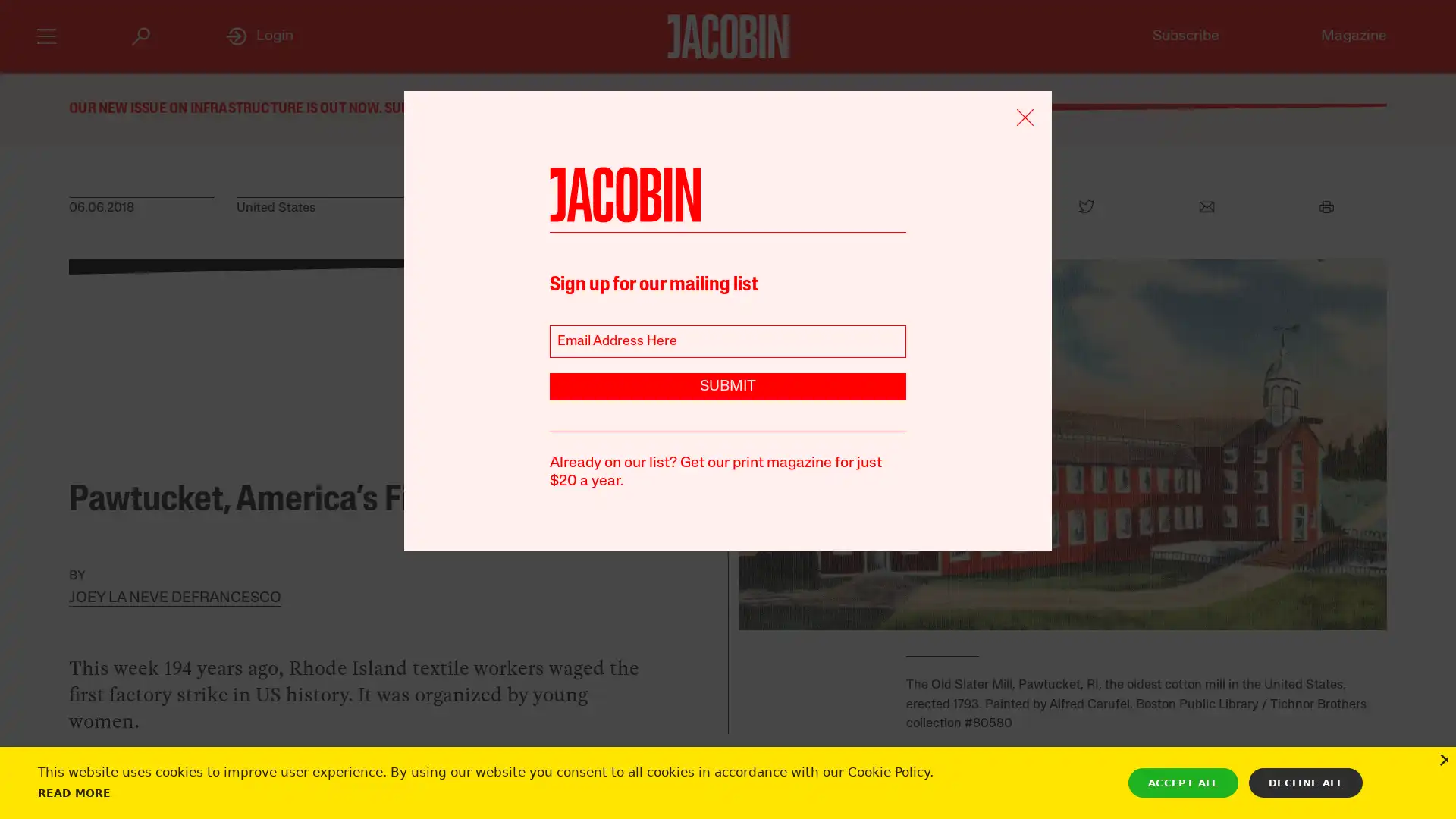  What do you see at coordinates (965, 206) in the screenshot?
I see `Facebook Icon` at bounding box center [965, 206].